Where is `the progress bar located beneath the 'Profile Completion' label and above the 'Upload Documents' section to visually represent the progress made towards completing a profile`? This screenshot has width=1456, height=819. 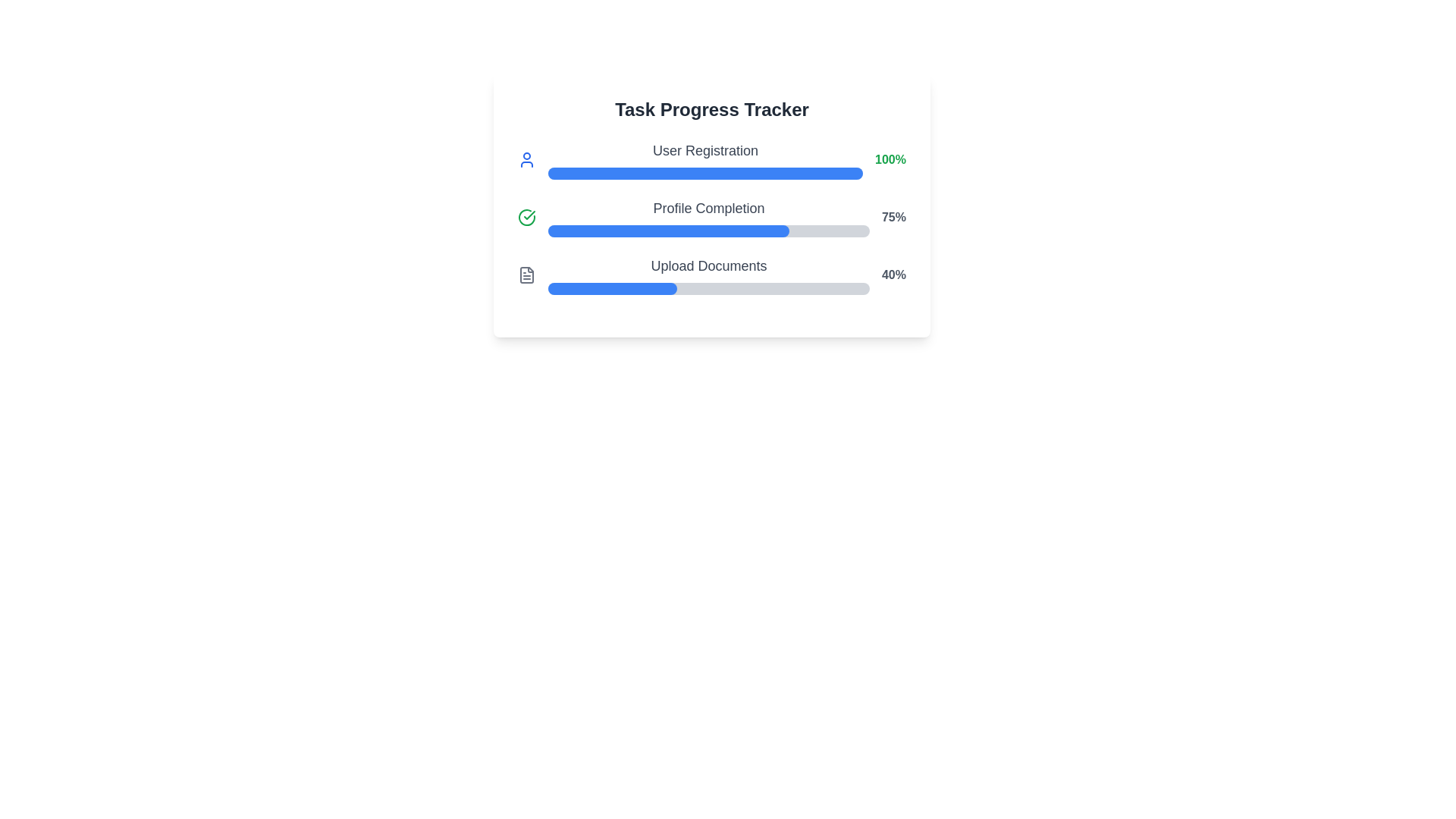 the progress bar located beneath the 'Profile Completion' label and above the 'Upload Documents' section to visually represent the progress made towards completing a profile is located at coordinates (708, 231).